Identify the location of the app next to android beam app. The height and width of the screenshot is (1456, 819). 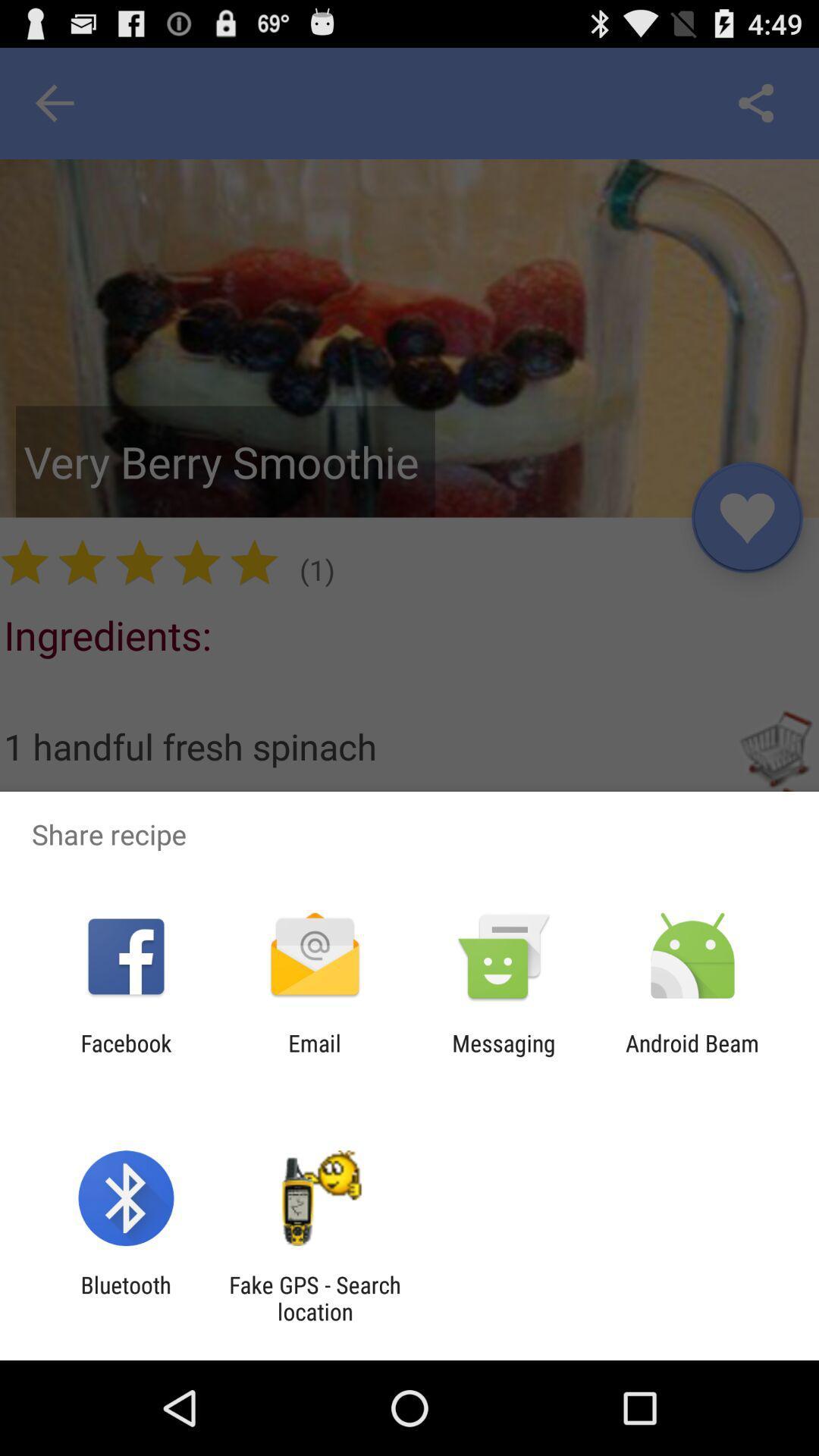
(504, 1056).